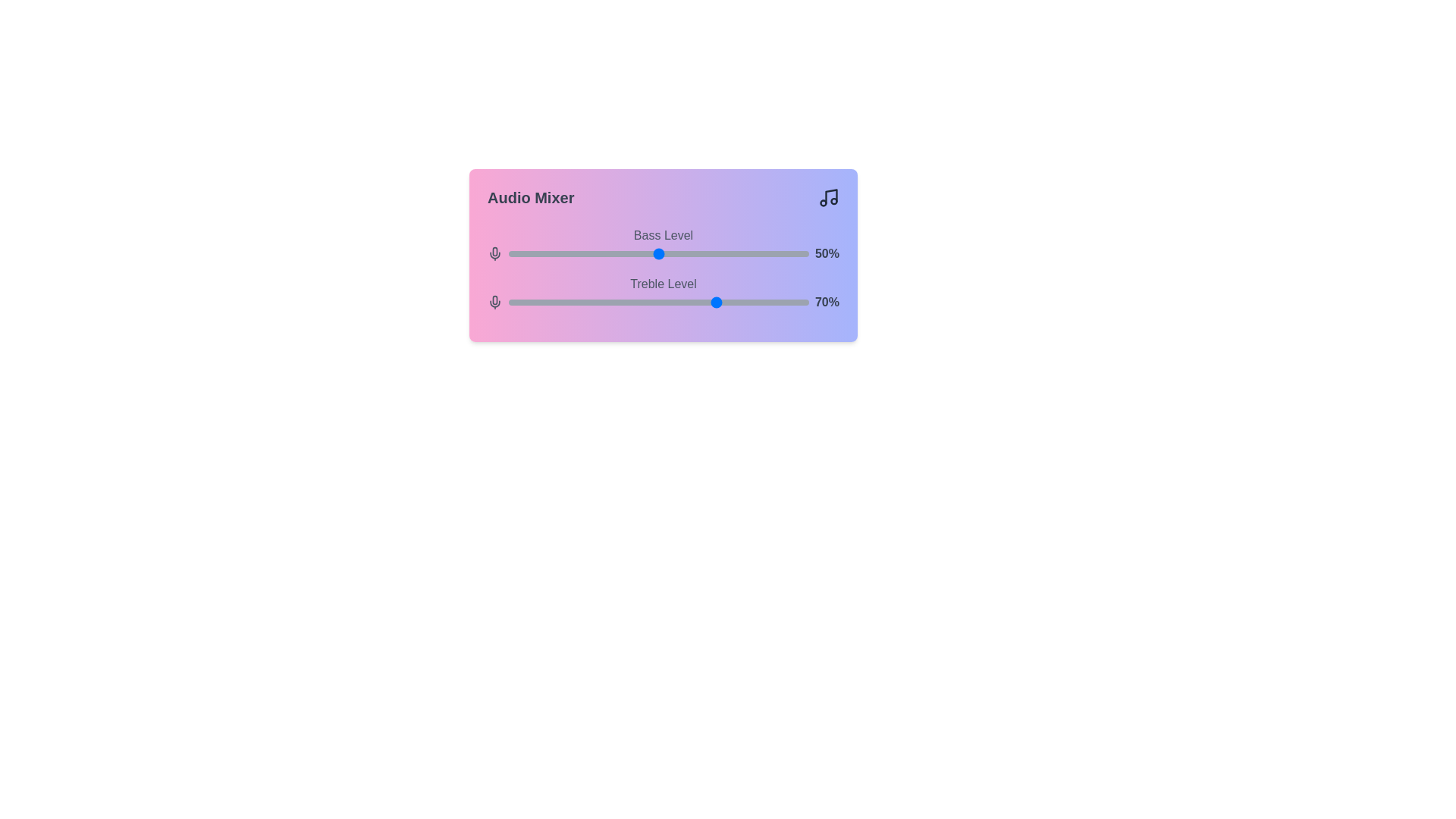  Describe the element at coordinates (509, 253) in the screenshot. I see `the 0 slider to 0%` at that location.